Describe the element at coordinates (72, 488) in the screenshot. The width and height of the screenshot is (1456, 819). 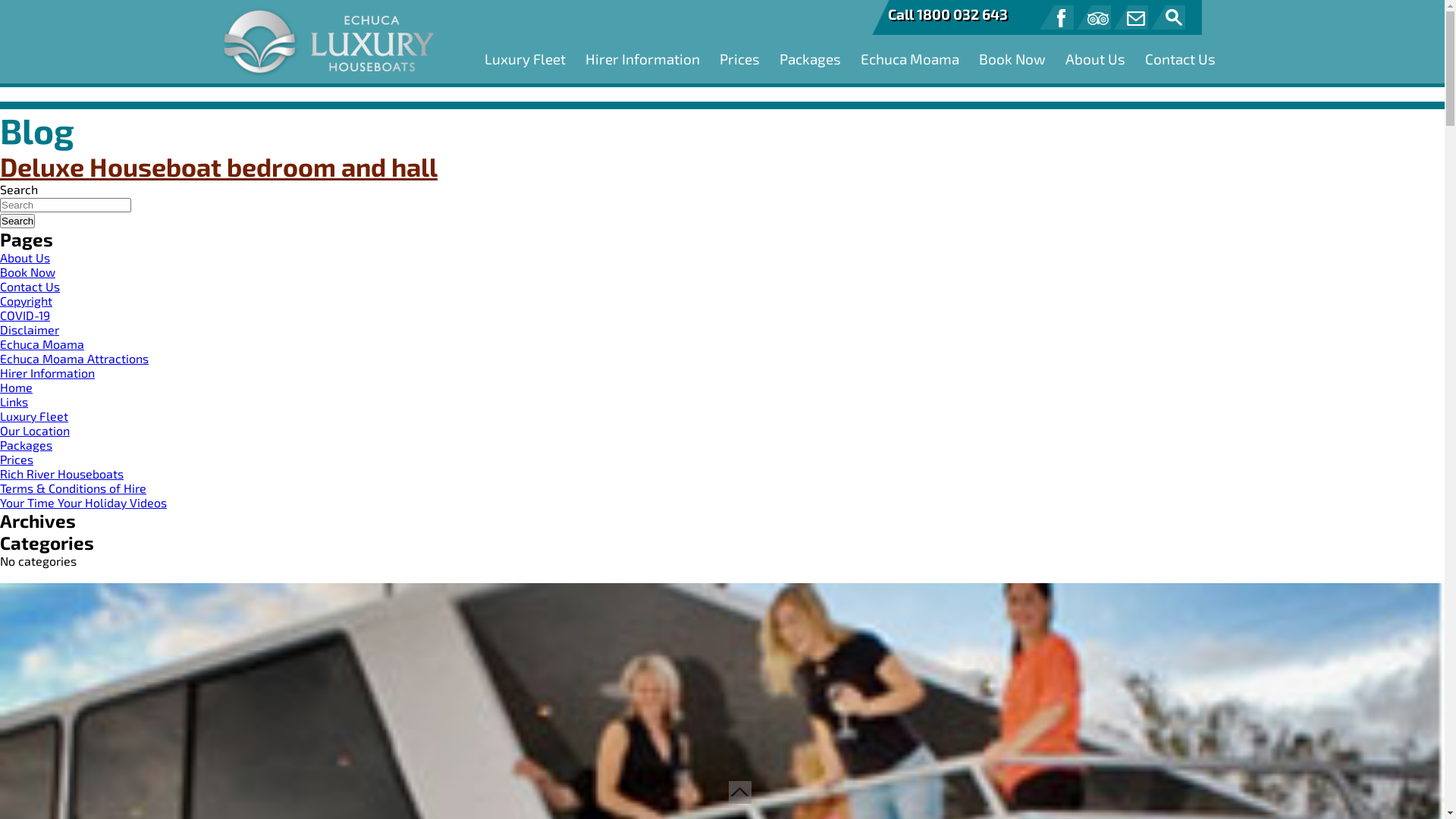
I see `'Terms & Conditions of Hire'` at that location.